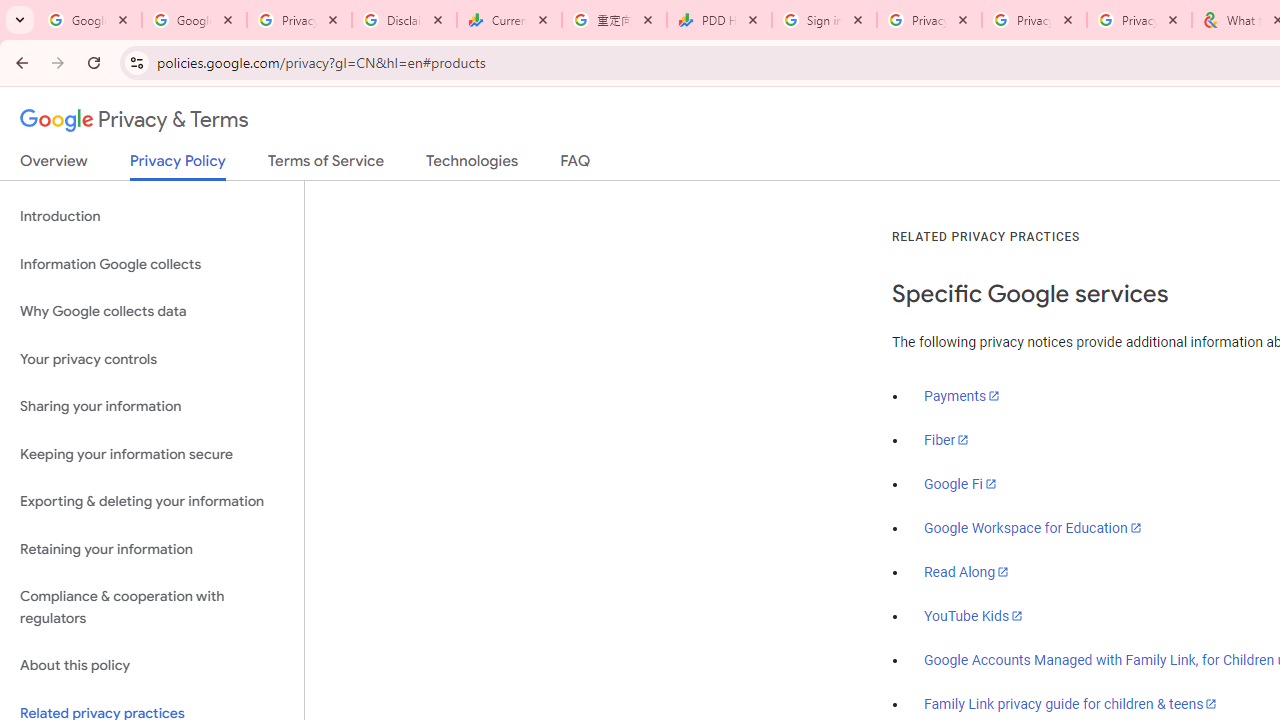  Describe the element at coordinates (1070, 702) in the screenshot. I see `'Family Link privacy guide for children & teens'` at that location.